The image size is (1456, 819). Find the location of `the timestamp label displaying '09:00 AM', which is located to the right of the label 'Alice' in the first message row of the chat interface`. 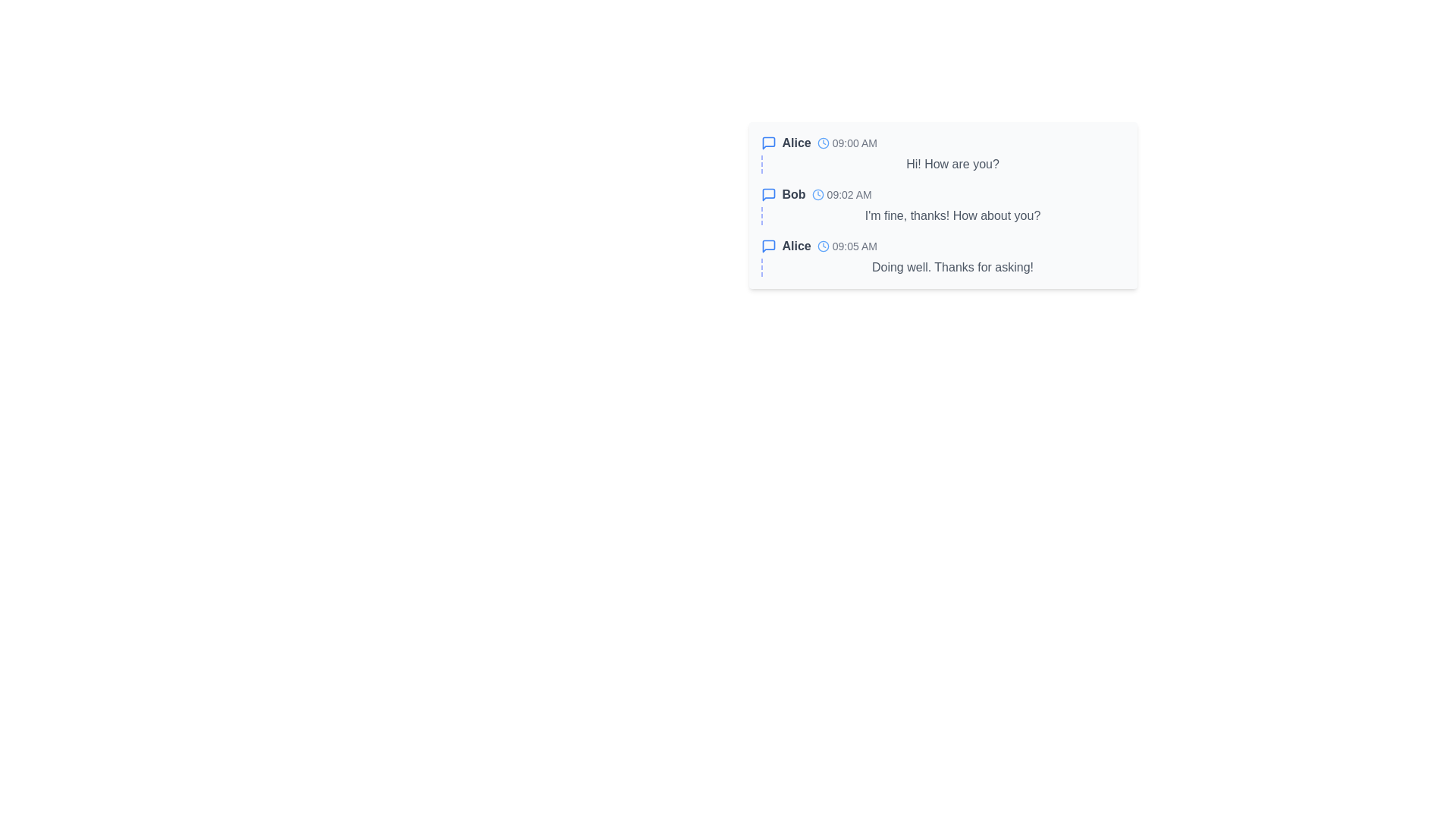

the timestamp label displaying '09:00 AM', which is located to the right of the label 'Alice' in the first message row of the chat interface is located at coordinates (846, 143).